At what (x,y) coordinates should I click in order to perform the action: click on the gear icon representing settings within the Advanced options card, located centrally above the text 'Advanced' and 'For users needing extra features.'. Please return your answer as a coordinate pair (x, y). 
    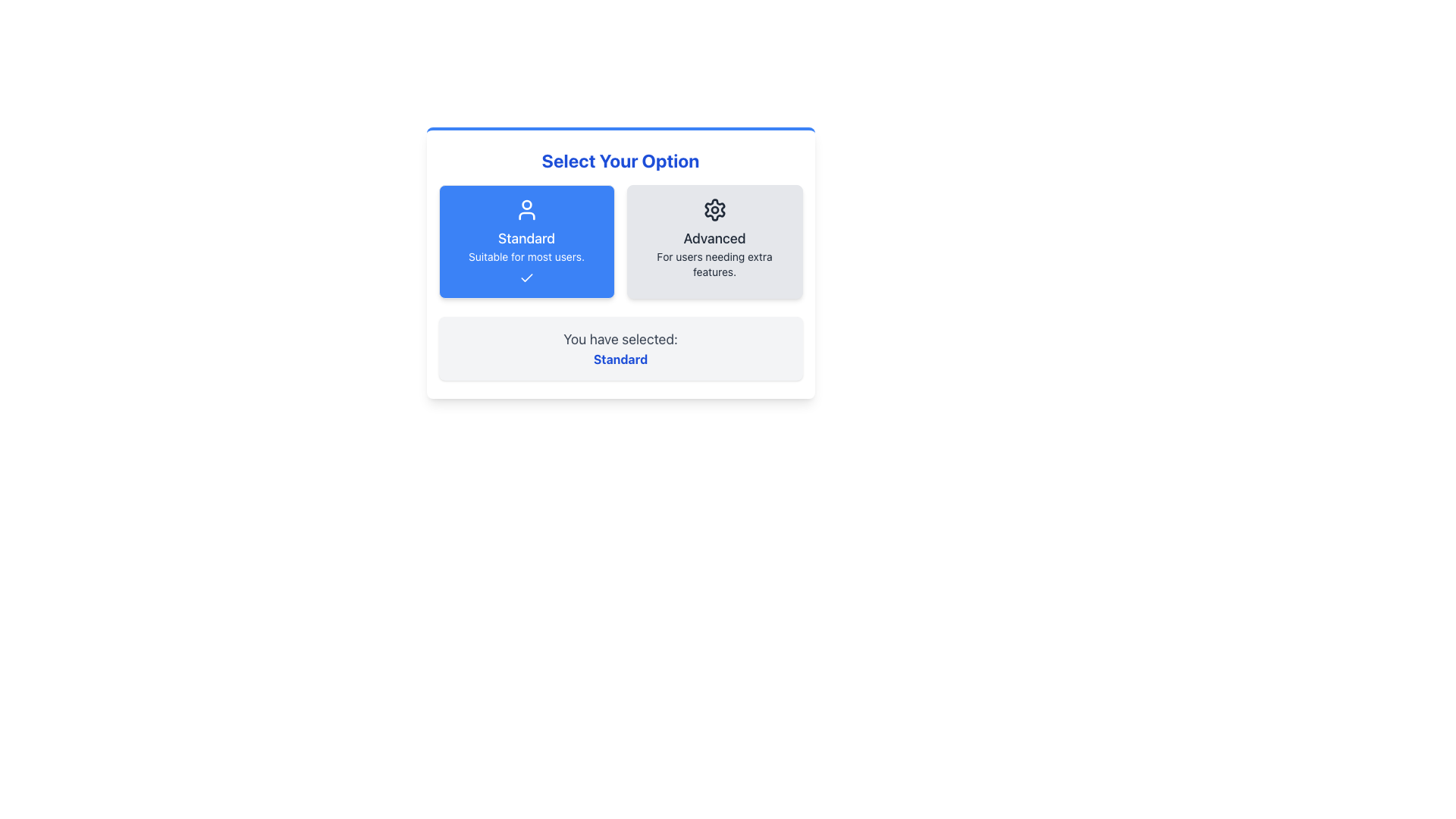
    Looking at the image, I should click on (714, 210).